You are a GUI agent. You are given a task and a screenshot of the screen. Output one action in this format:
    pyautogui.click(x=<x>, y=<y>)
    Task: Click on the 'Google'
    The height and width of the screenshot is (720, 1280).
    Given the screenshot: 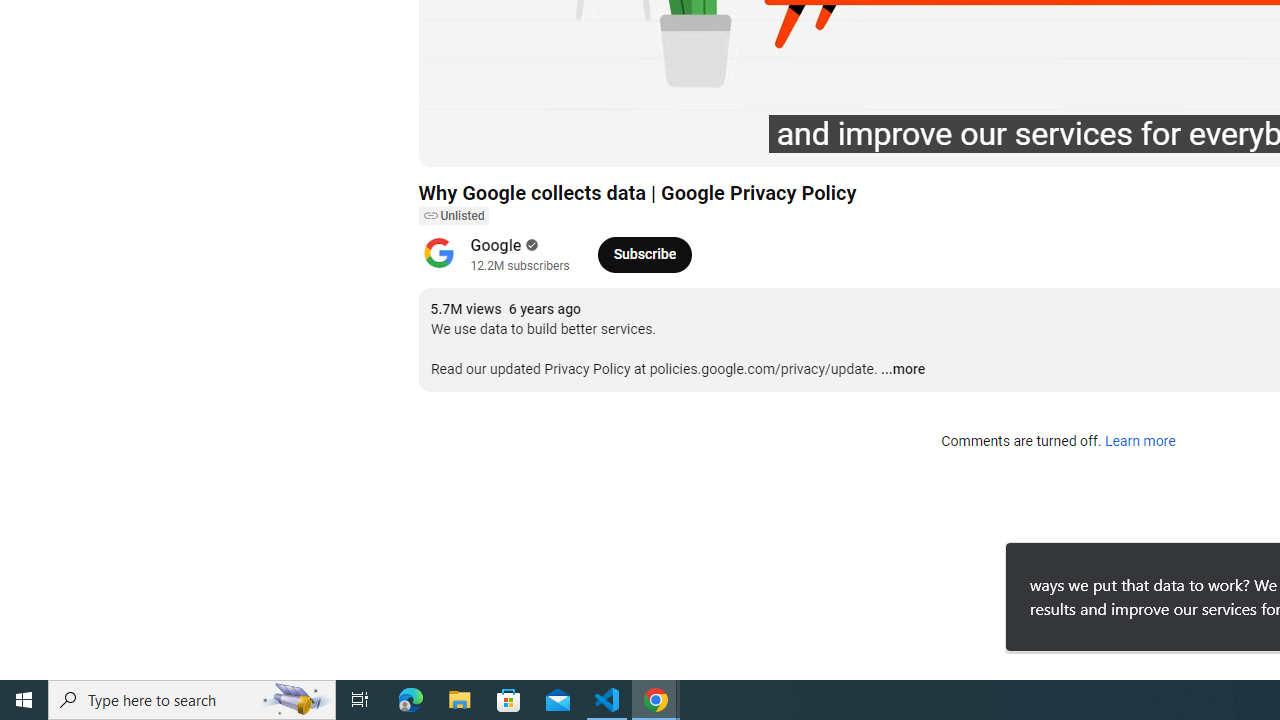 What is the action you would take?
    pyautogui.click(x=496, y=244)
    